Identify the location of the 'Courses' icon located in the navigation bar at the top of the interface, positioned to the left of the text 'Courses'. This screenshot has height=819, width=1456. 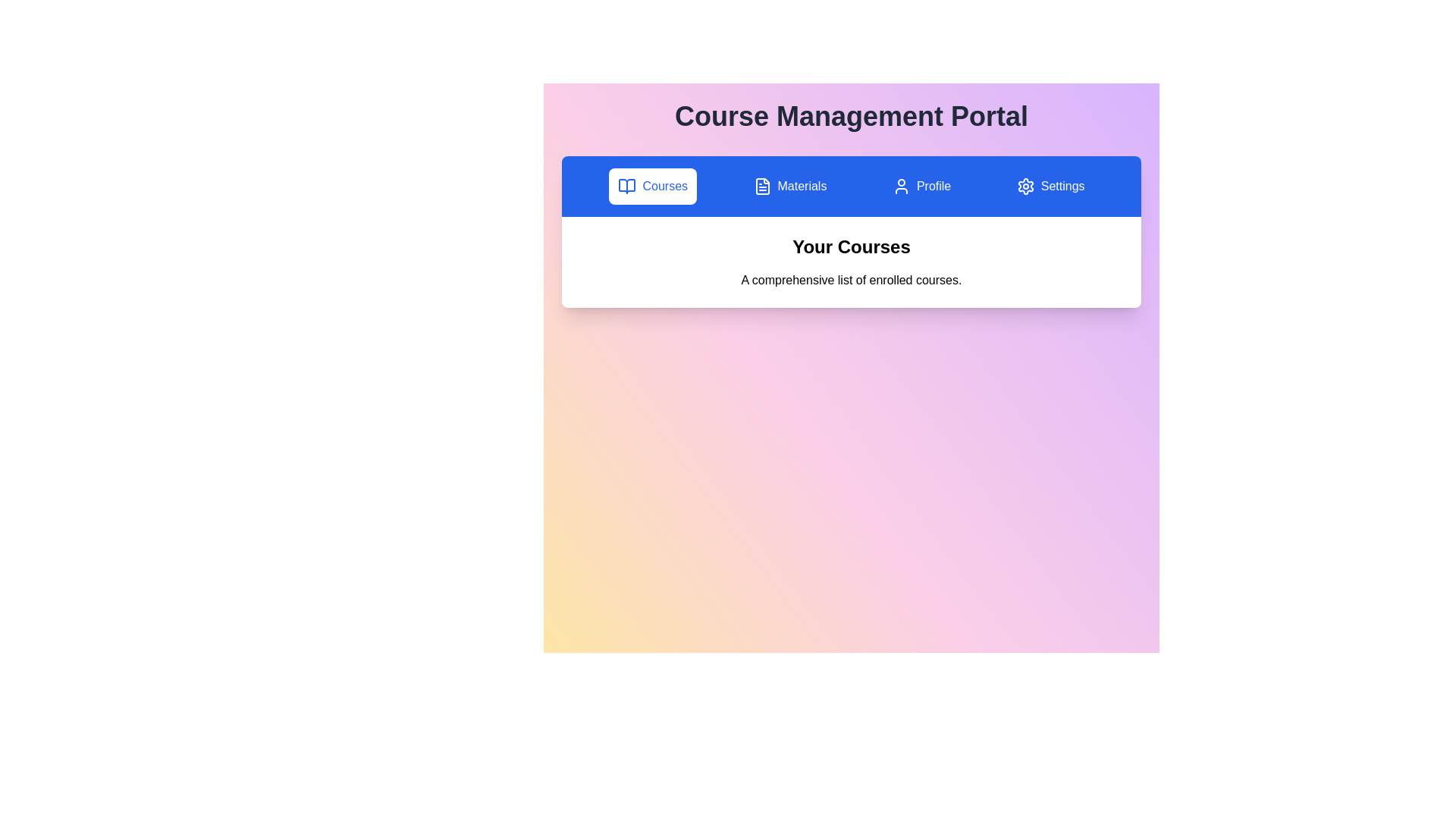
(627, 186).